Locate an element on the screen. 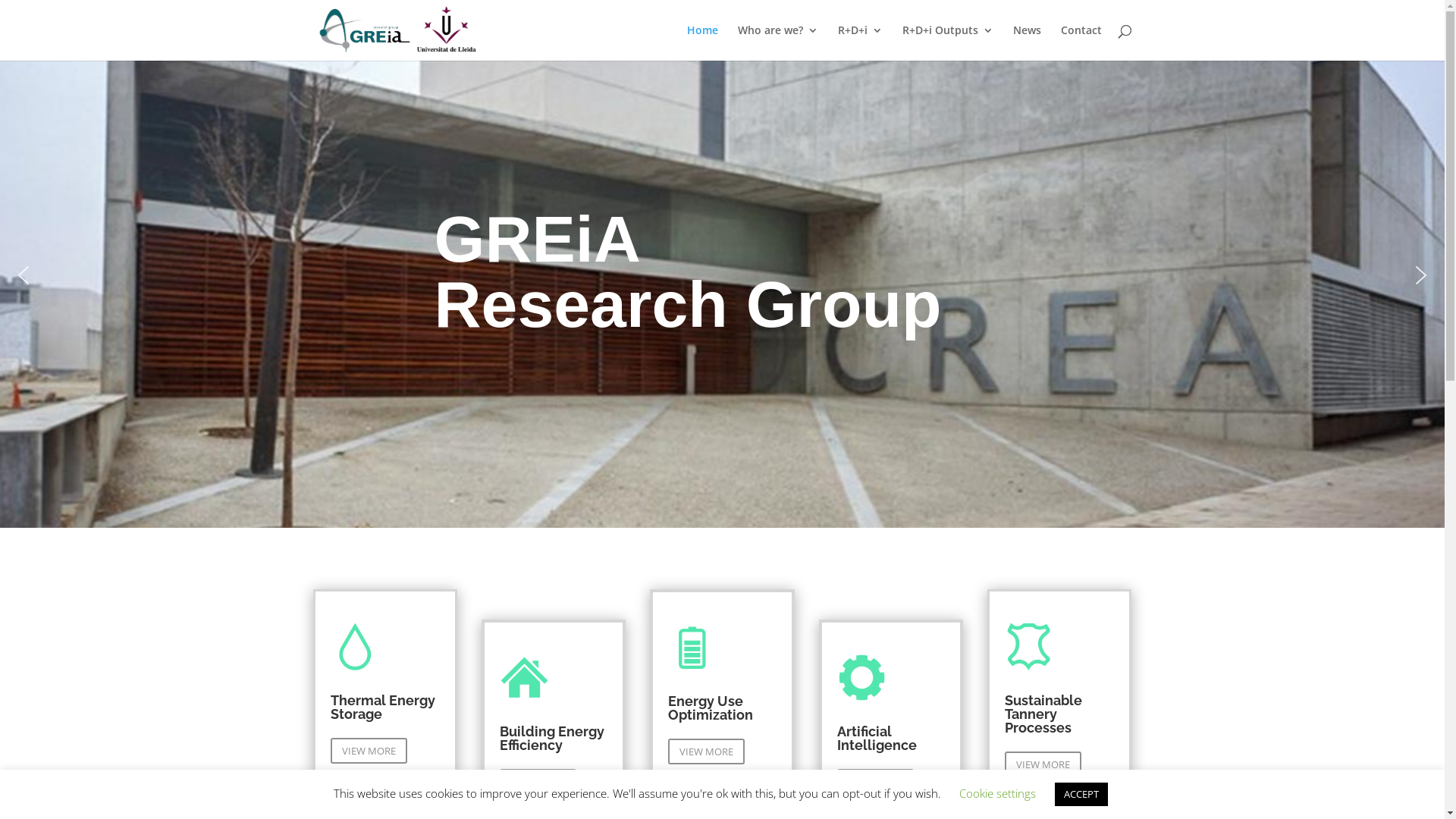 This screenshot has width=1456, height=819. 'R+D+i' is located at coordinates (859, 42).